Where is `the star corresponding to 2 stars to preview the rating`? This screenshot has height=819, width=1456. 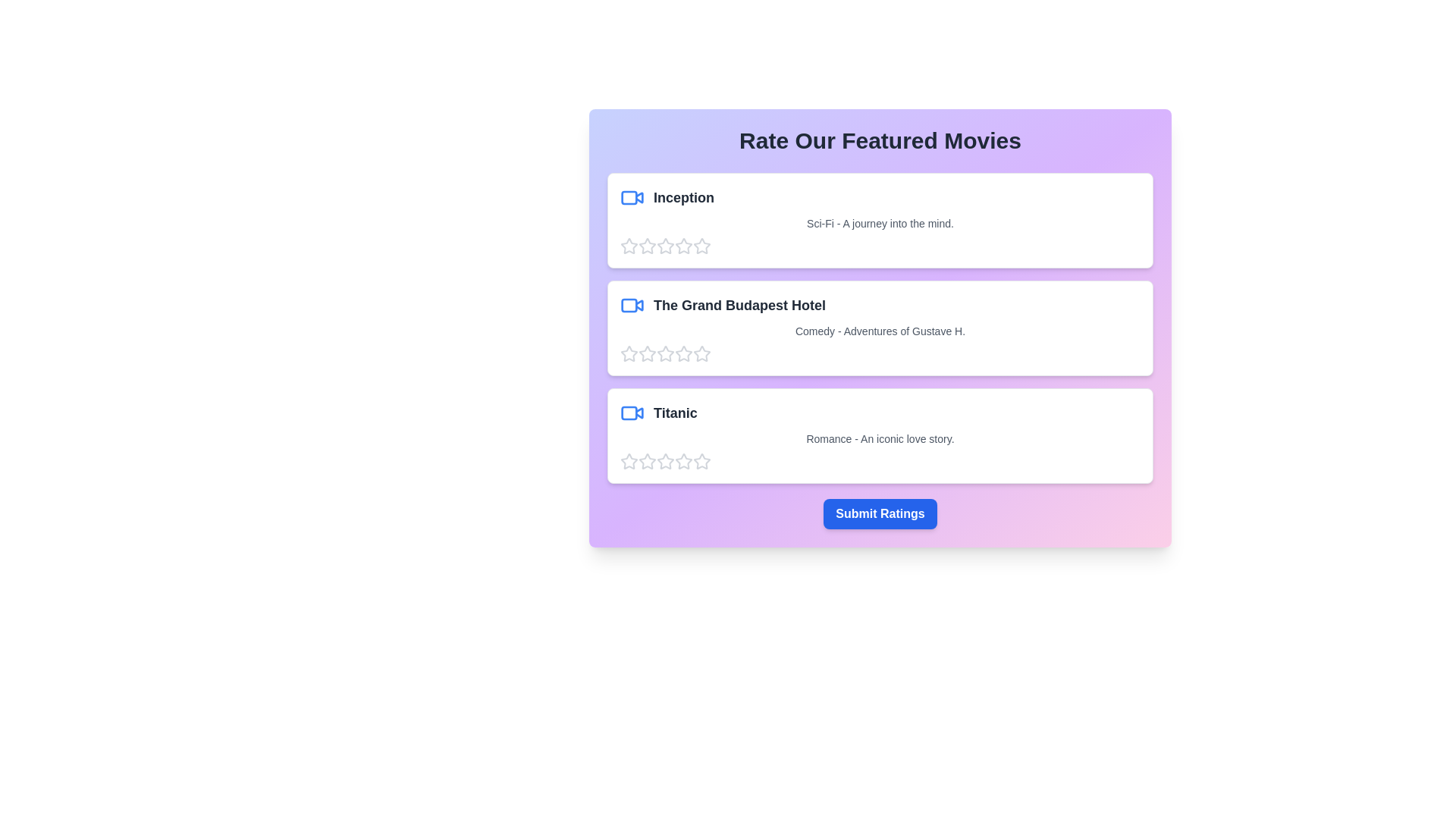
the star corresponding to 2 stars to preview the rating is located at coordinates (648, 245).